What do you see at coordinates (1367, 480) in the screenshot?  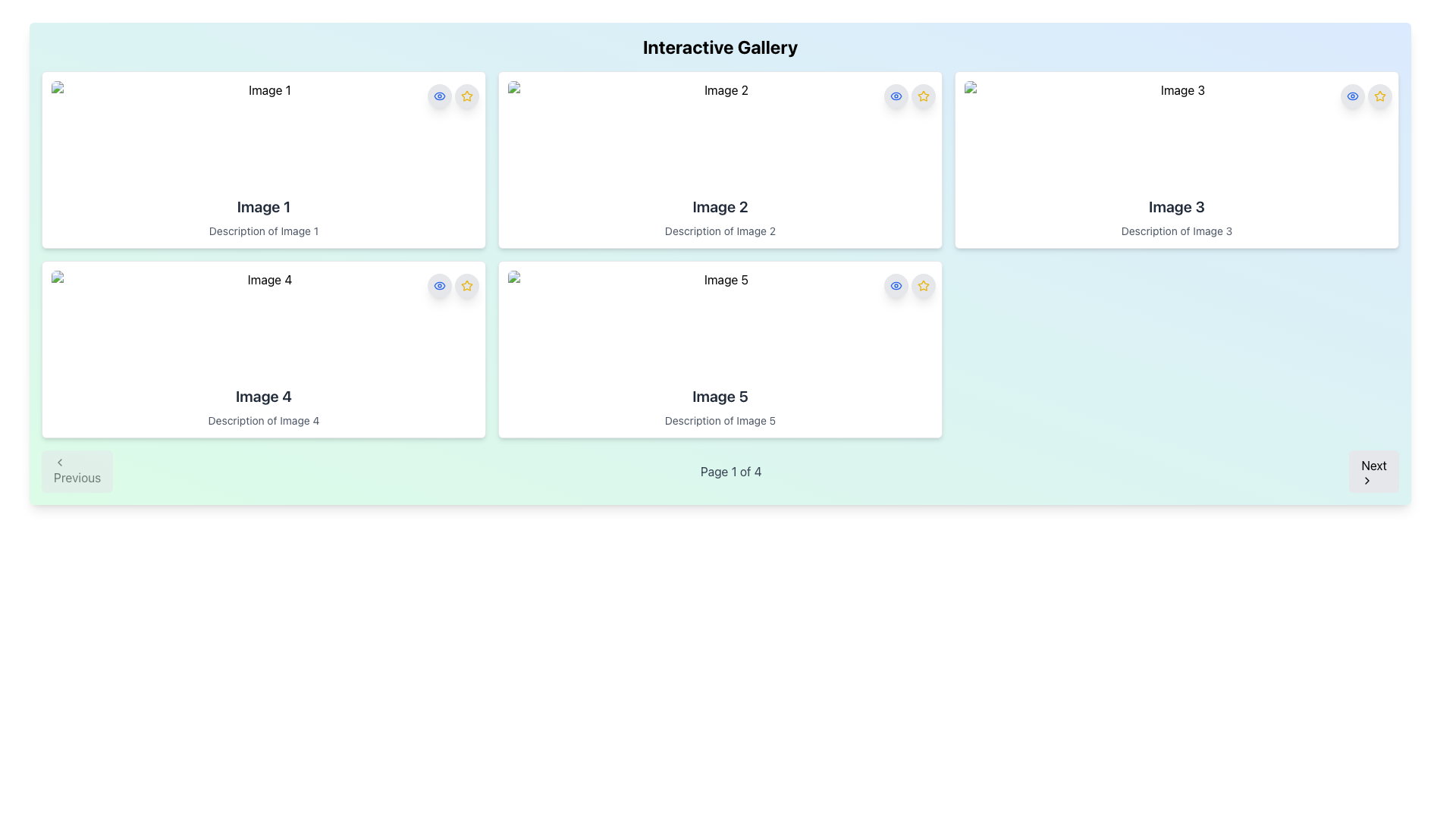 I see `the right-pointing chevron icon within the 'Next' button located at the bottom-right corner of the interface` at bounding box center [1367, 480].